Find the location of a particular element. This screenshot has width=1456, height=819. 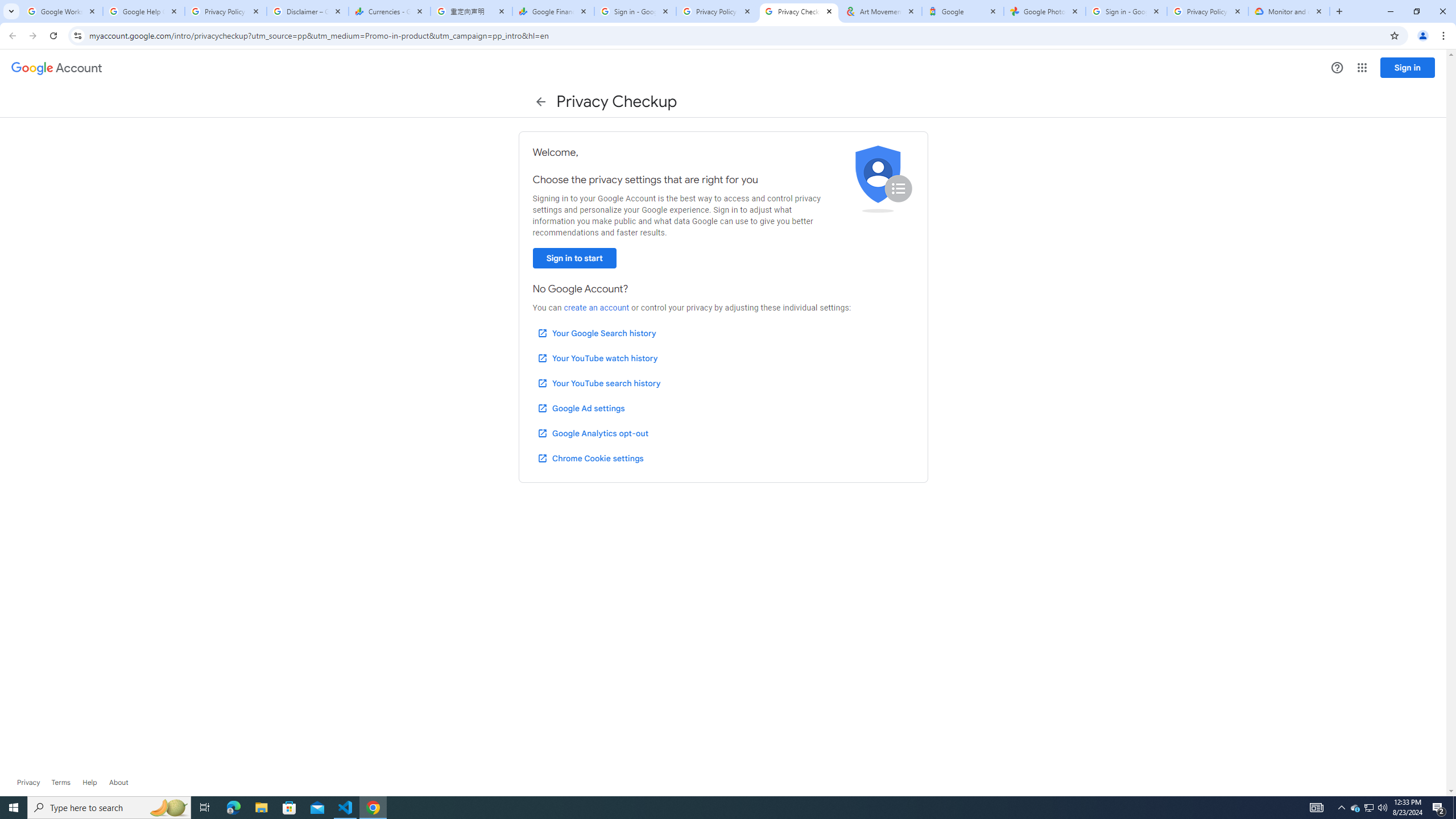

'Your Google Search history' is located at coordinates (596, 333).